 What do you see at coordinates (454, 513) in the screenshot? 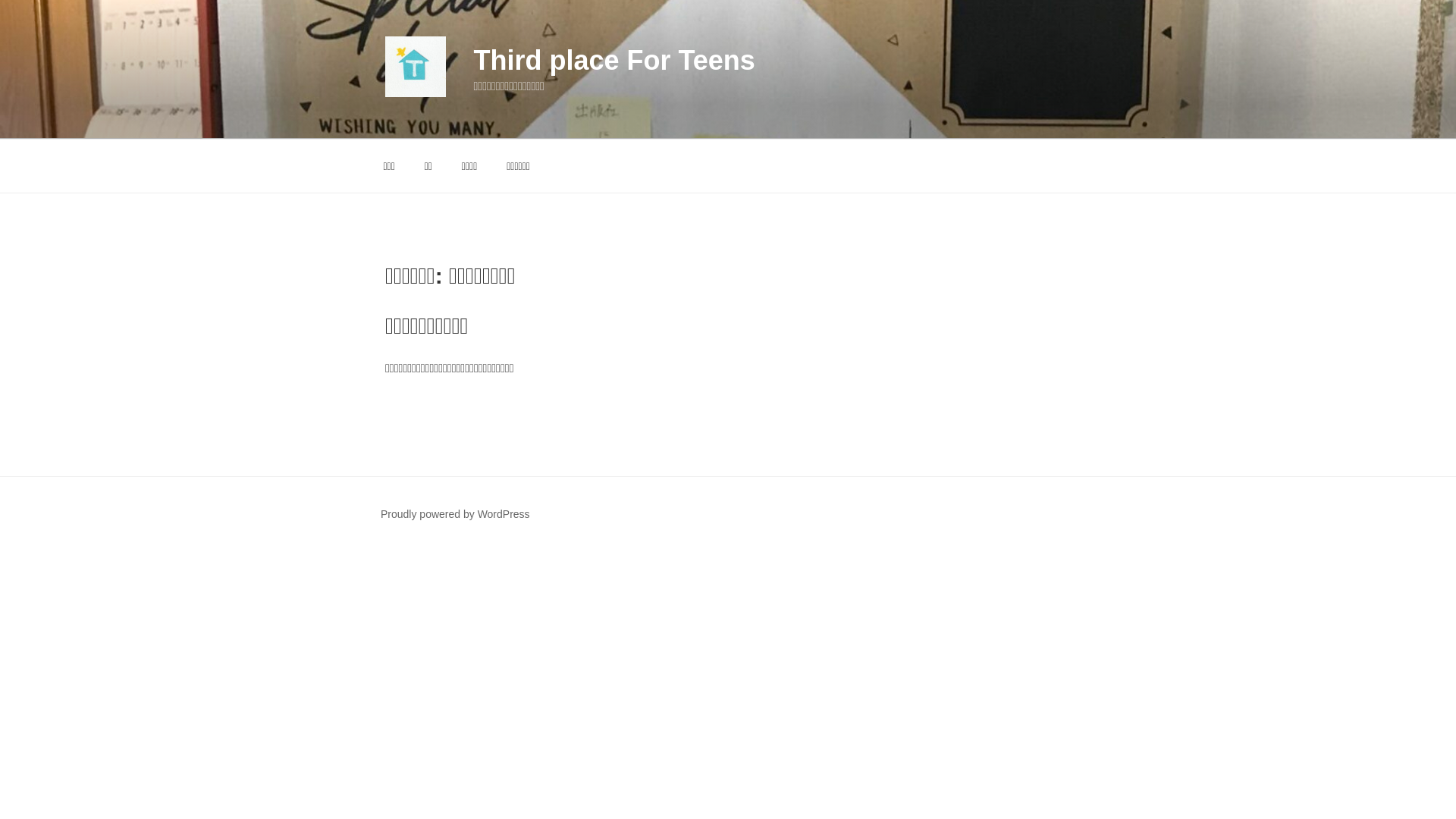
I see `'Proudly powered by WordPress'` at bounding box center [454, 513].